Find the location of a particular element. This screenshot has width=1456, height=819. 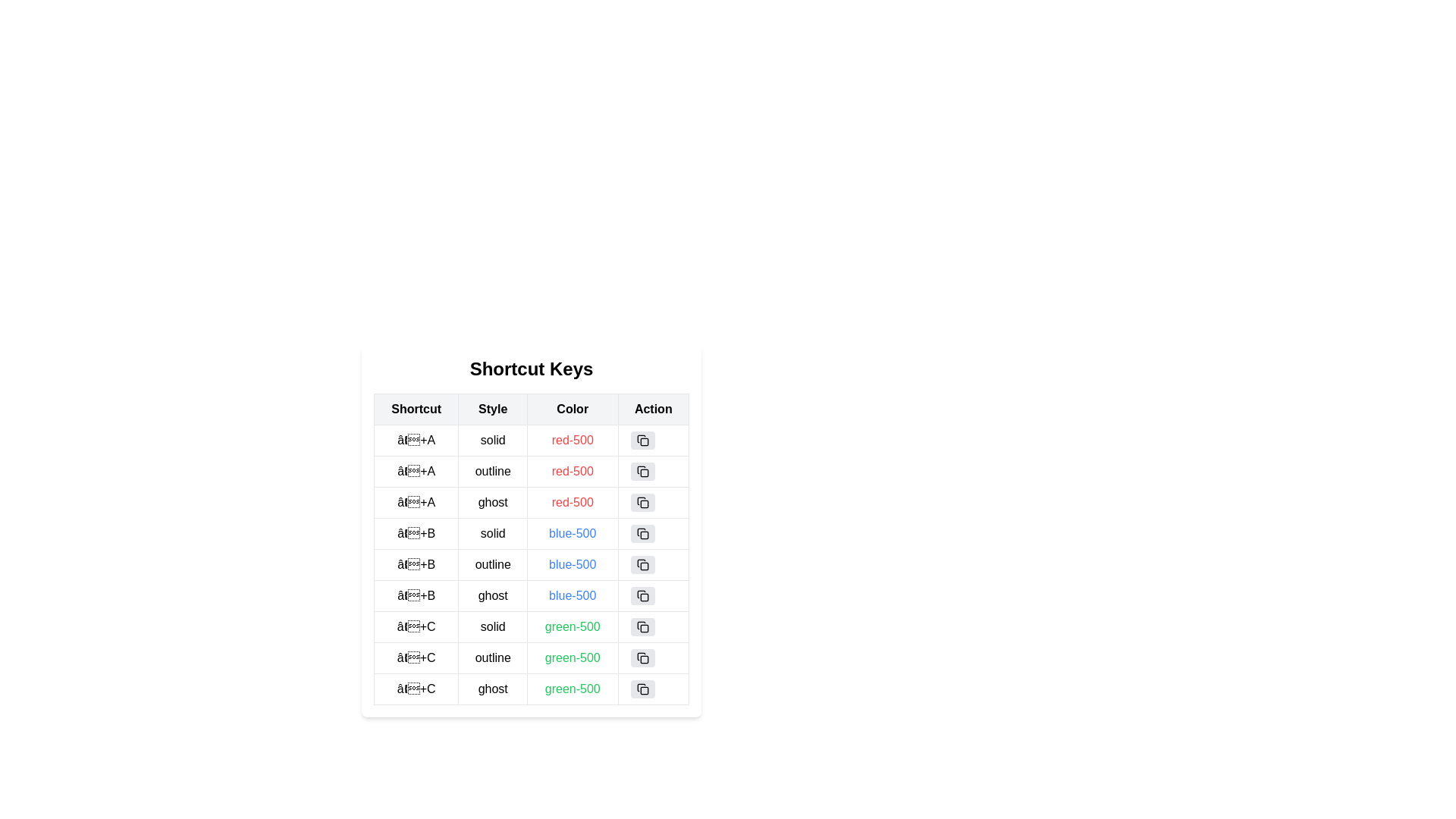

the 'copy' icon located inside the 'Action' column of the row labeled with the keyboard shortcut 'Ctrl+B' in the 'Shortcut Keys' table is located at coordinates (642, 533).